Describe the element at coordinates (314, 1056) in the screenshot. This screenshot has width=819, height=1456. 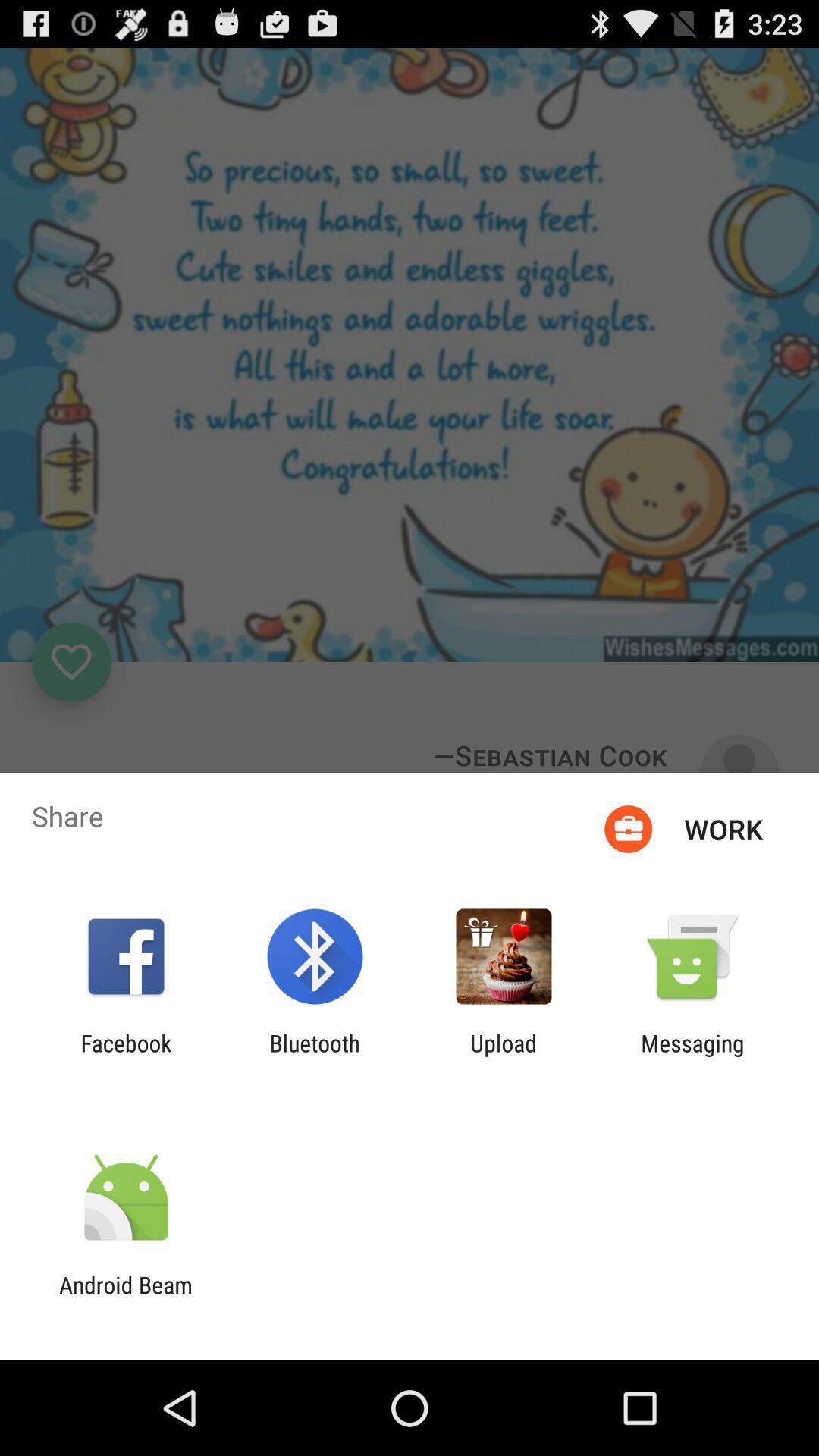
I see `app to the left of the upload icon` at that location.